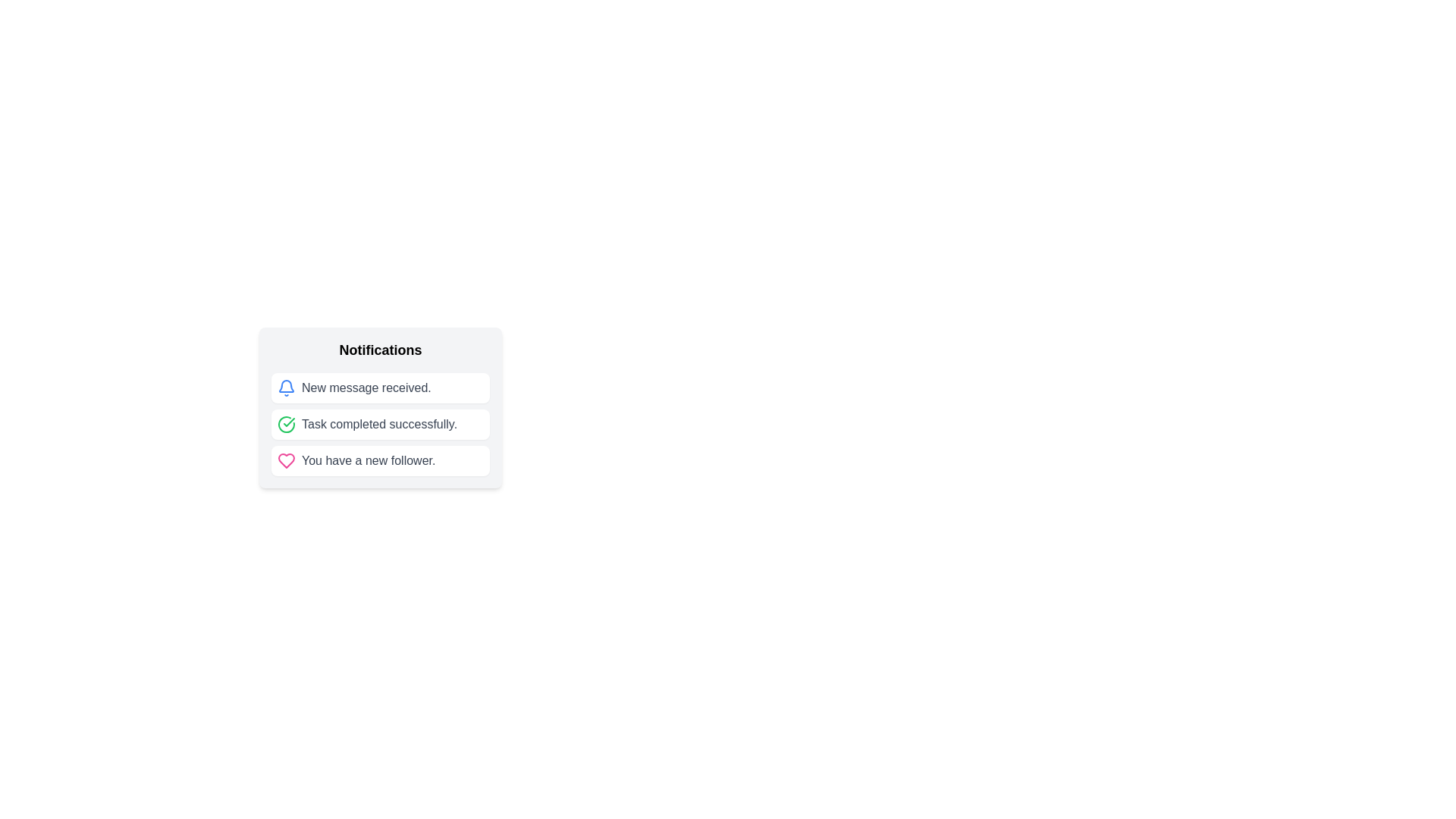  I want to click on the green checkmark icon indicating success, located in the second notification entry next to the text 'Task completed successfully', so click(287, 424).